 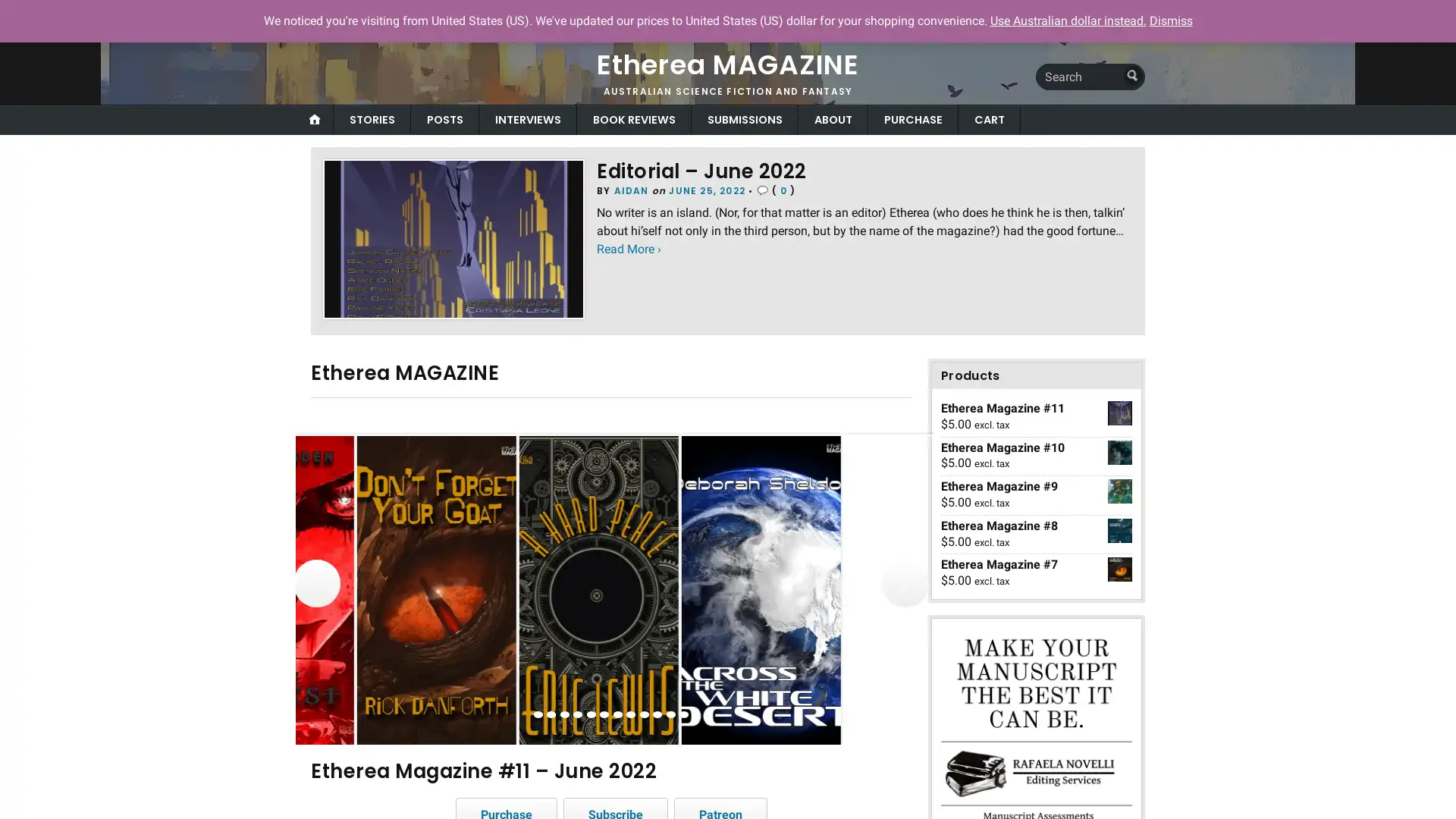 What do you see at coordinates (603, 714) in the screenshot?
I see `view image 6 of 12 in carousel` at bounding box center [603, 714].